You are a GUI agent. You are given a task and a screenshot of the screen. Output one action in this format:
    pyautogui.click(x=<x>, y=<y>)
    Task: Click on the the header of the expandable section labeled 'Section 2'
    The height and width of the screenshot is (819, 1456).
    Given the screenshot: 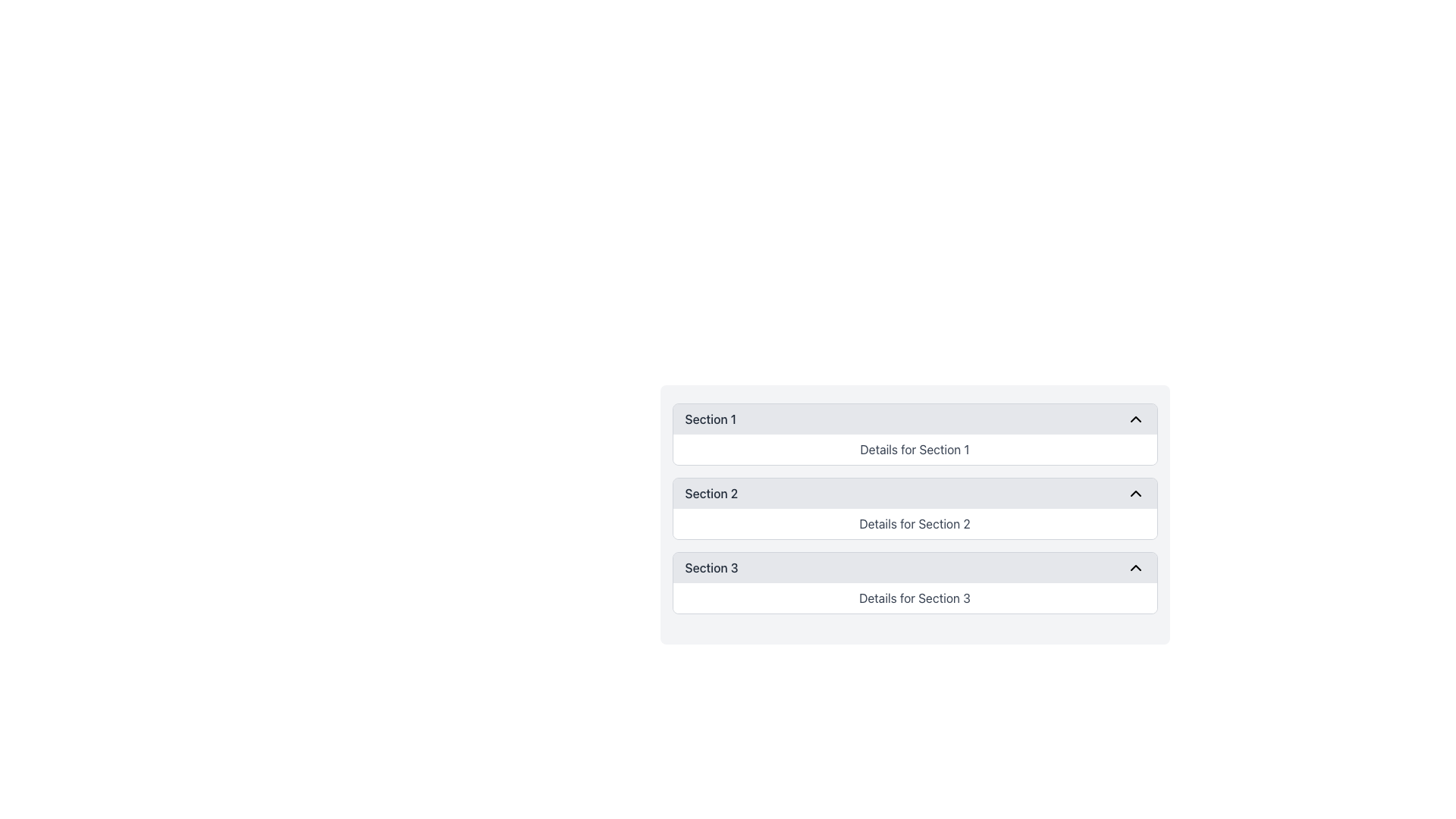 What is the action you would take?
    pyautogui.click(x=914, y=509)
    